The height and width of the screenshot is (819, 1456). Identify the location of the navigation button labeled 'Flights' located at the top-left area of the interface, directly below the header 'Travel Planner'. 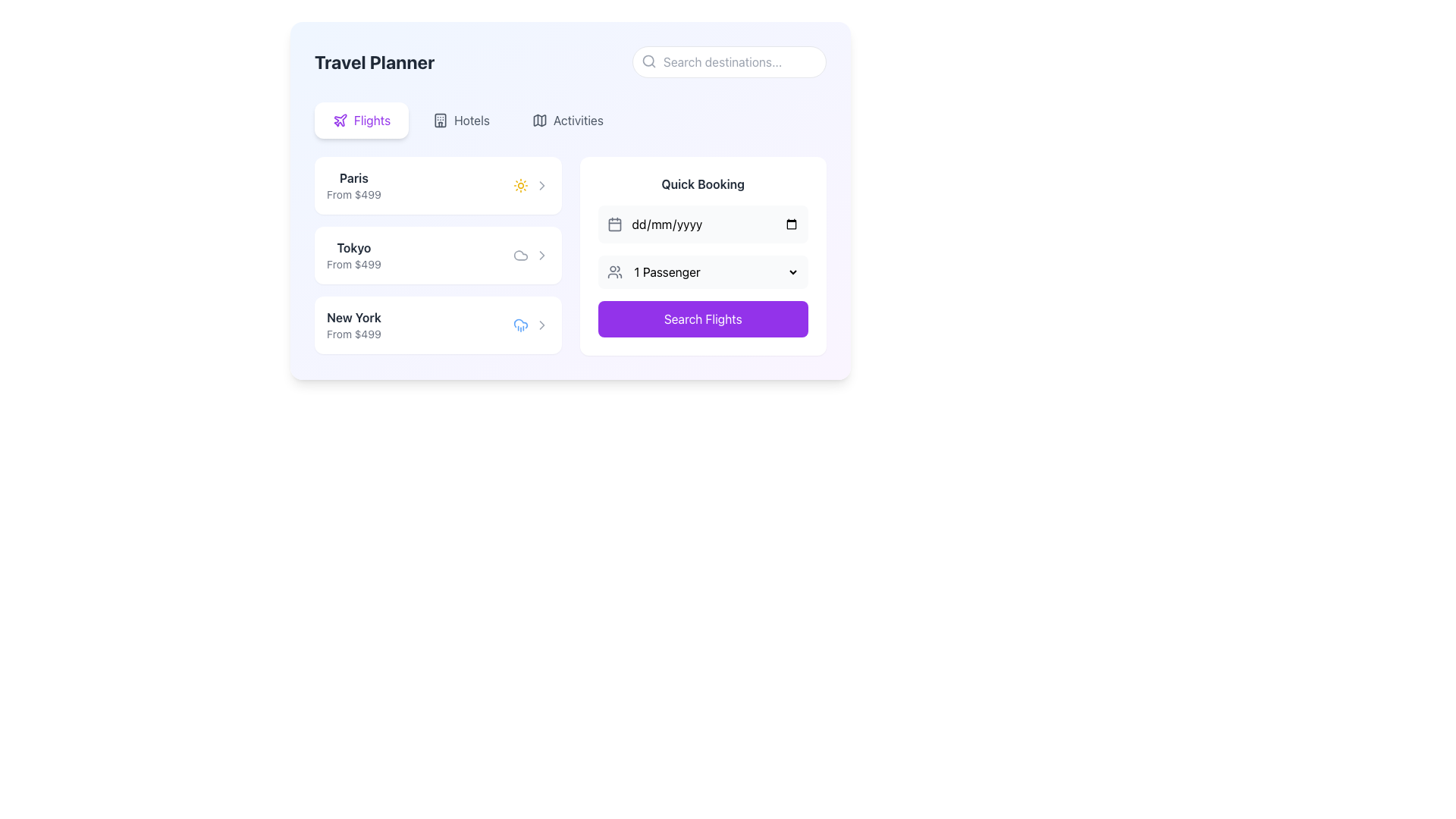
(361, 119).